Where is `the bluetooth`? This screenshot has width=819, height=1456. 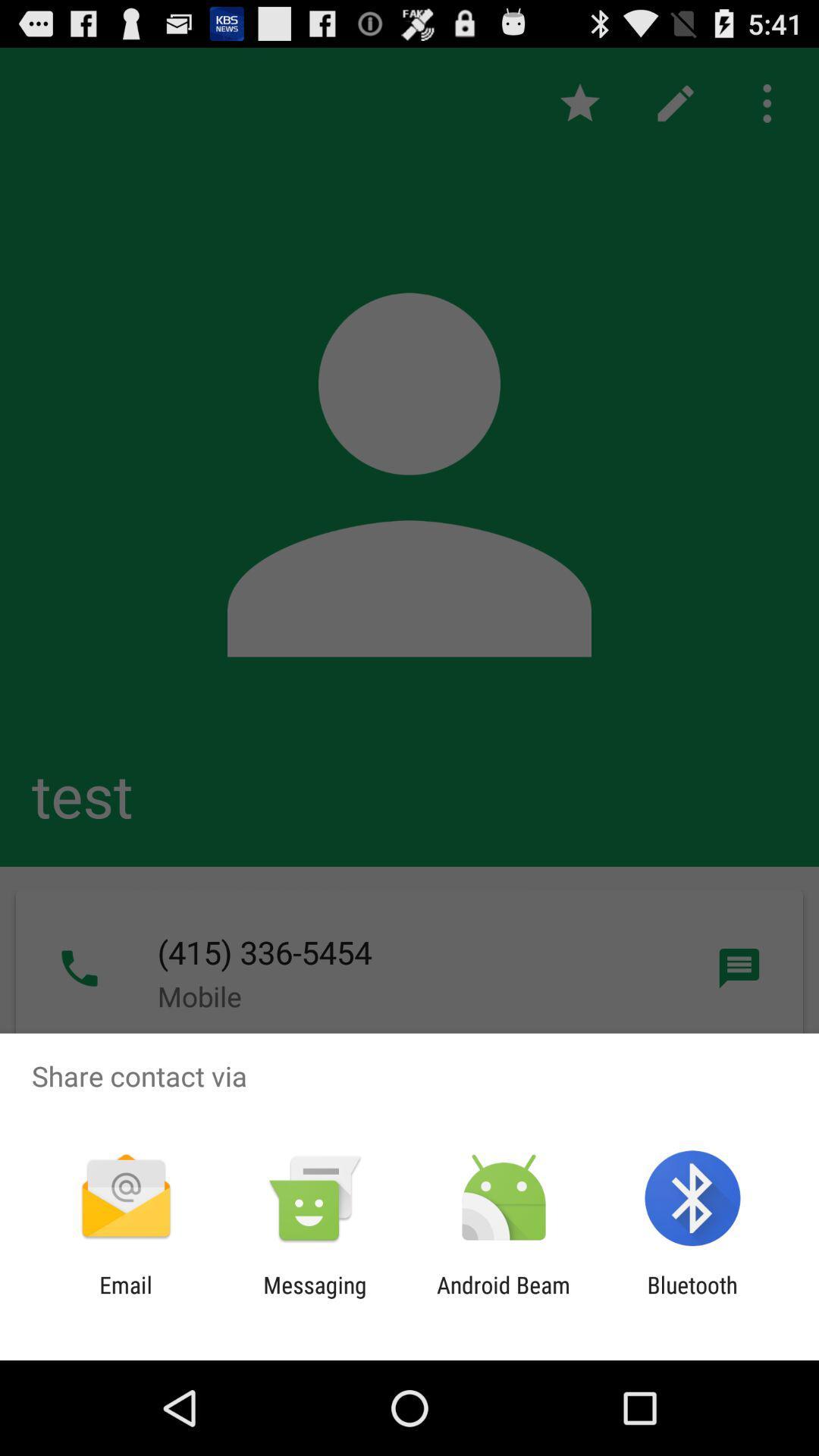
the bluetooth is located at coordinates (692, 1298).